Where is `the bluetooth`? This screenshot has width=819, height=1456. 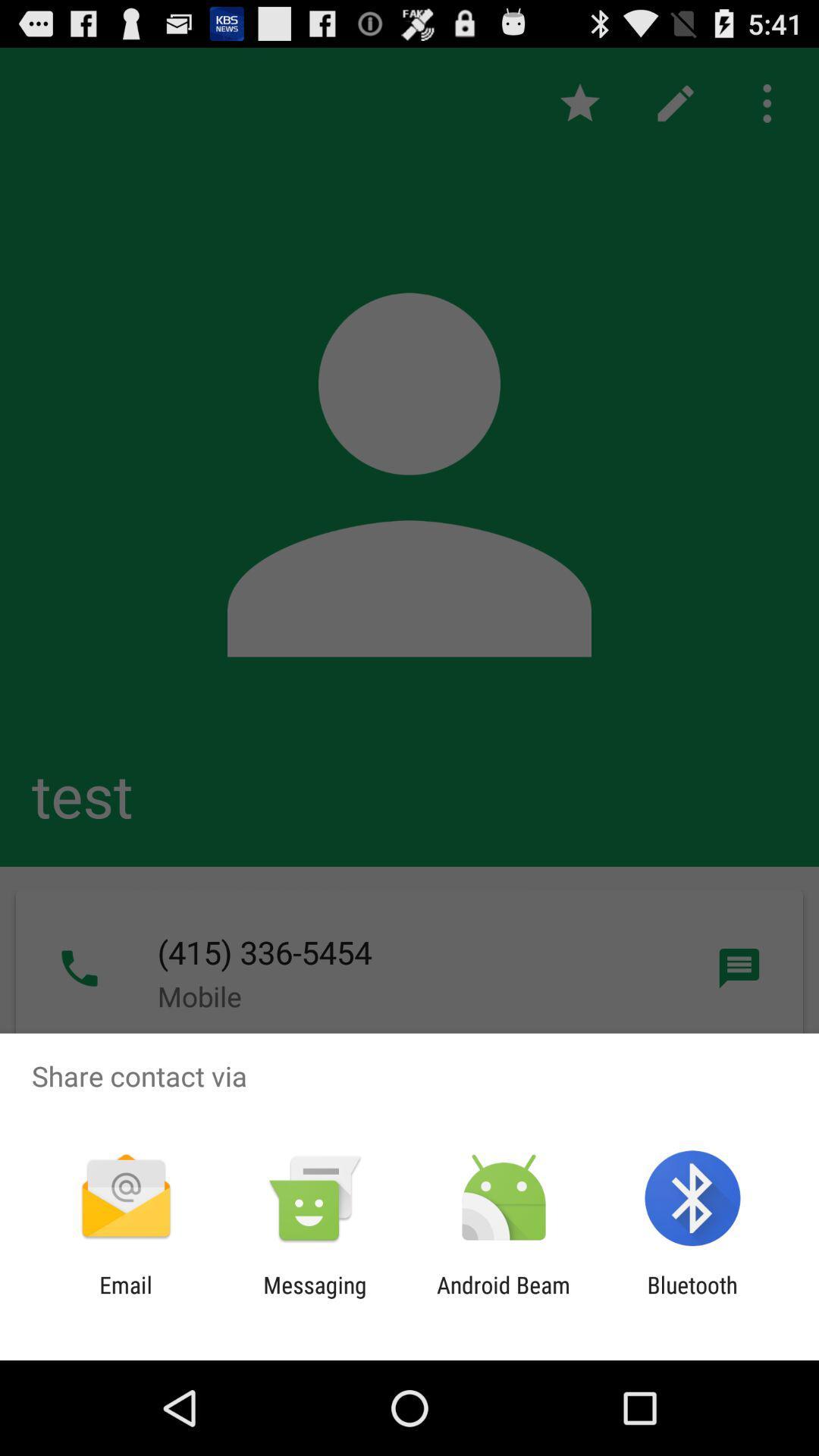
the bluetooth is located at coordinates (692, 1298).